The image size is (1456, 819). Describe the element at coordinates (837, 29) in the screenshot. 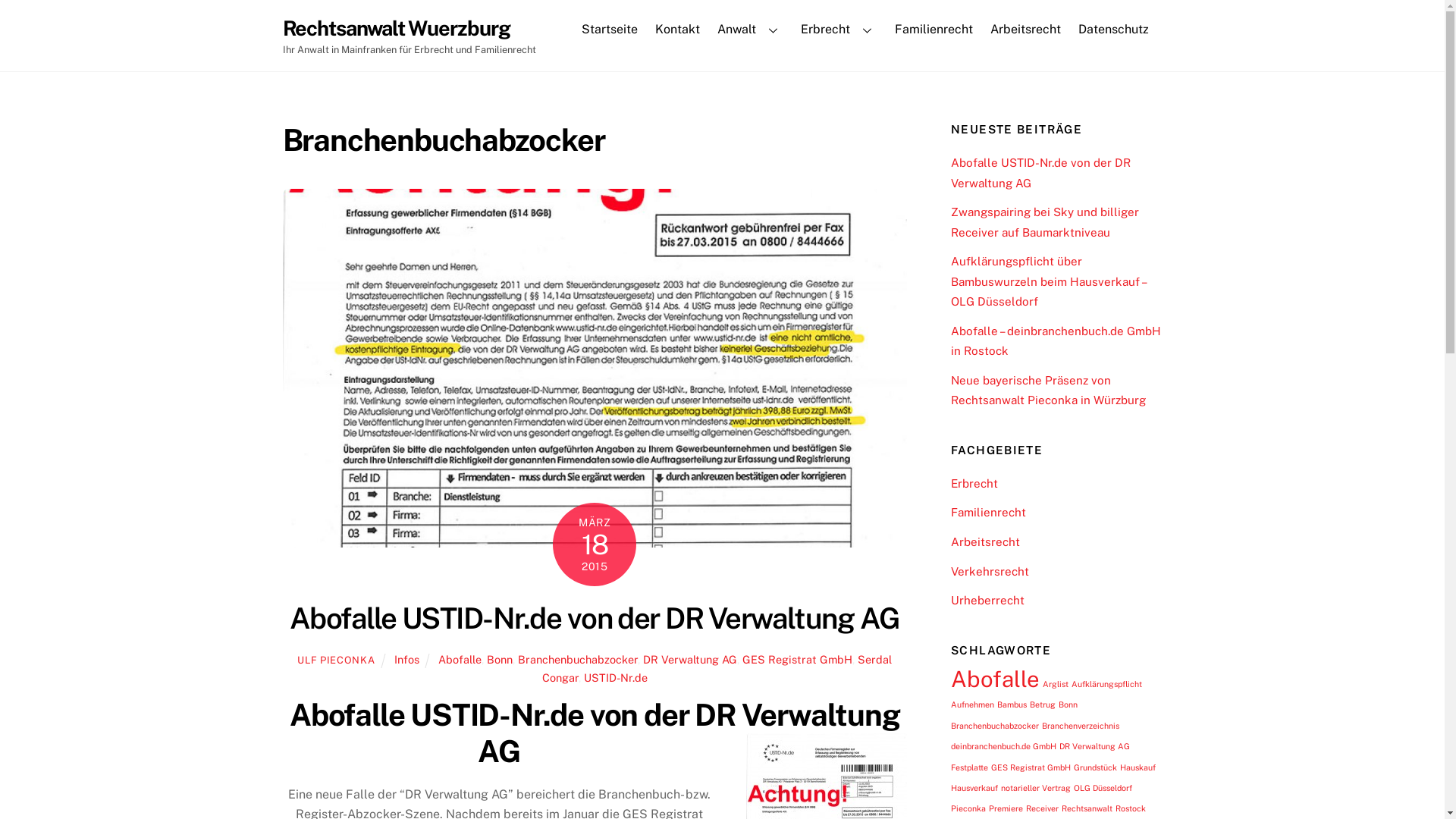

I see `'Erbrecht'` at that location.